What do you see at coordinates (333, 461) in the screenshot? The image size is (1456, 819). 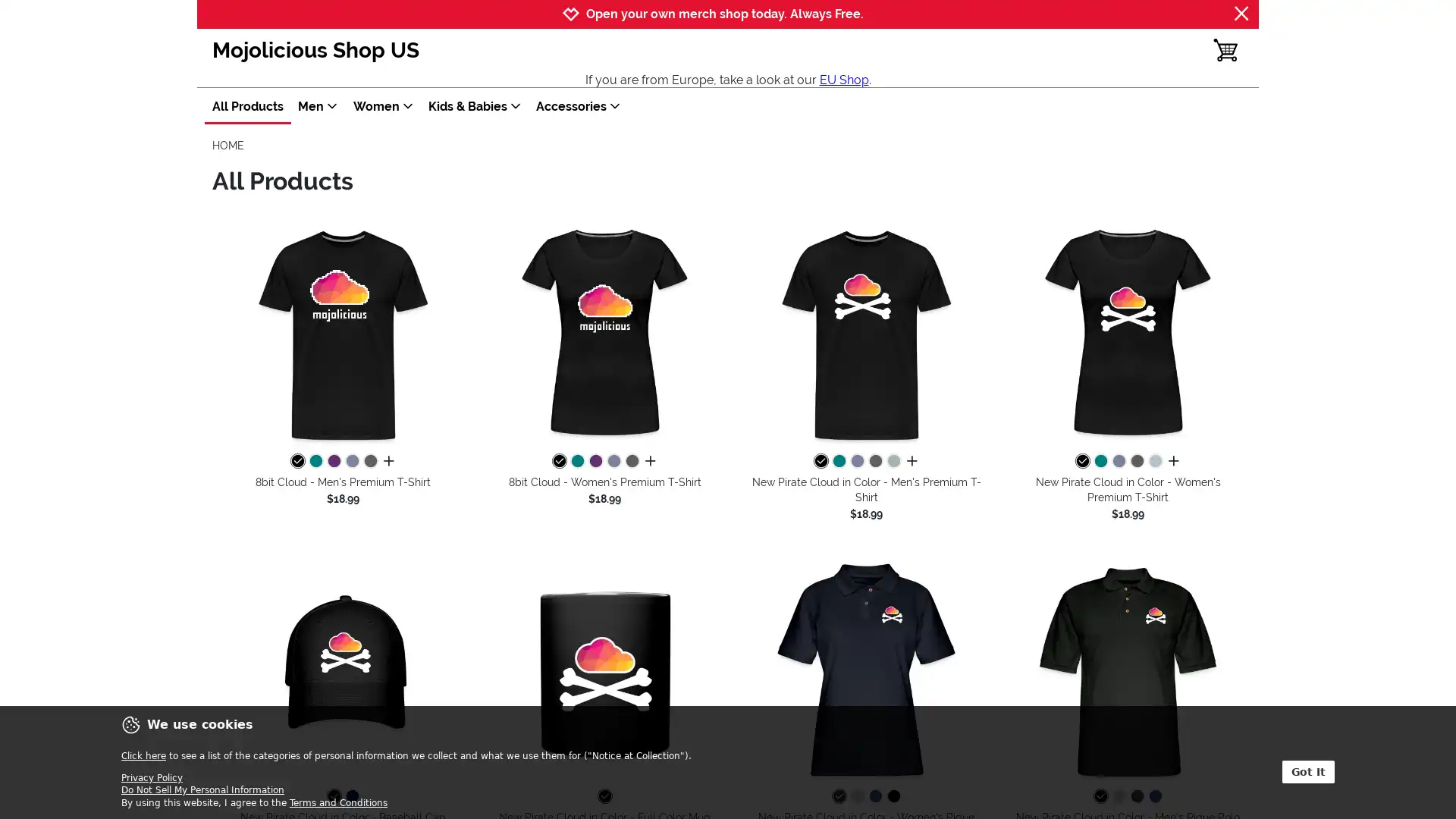 I see `purple` at bounding box center [333, 461].